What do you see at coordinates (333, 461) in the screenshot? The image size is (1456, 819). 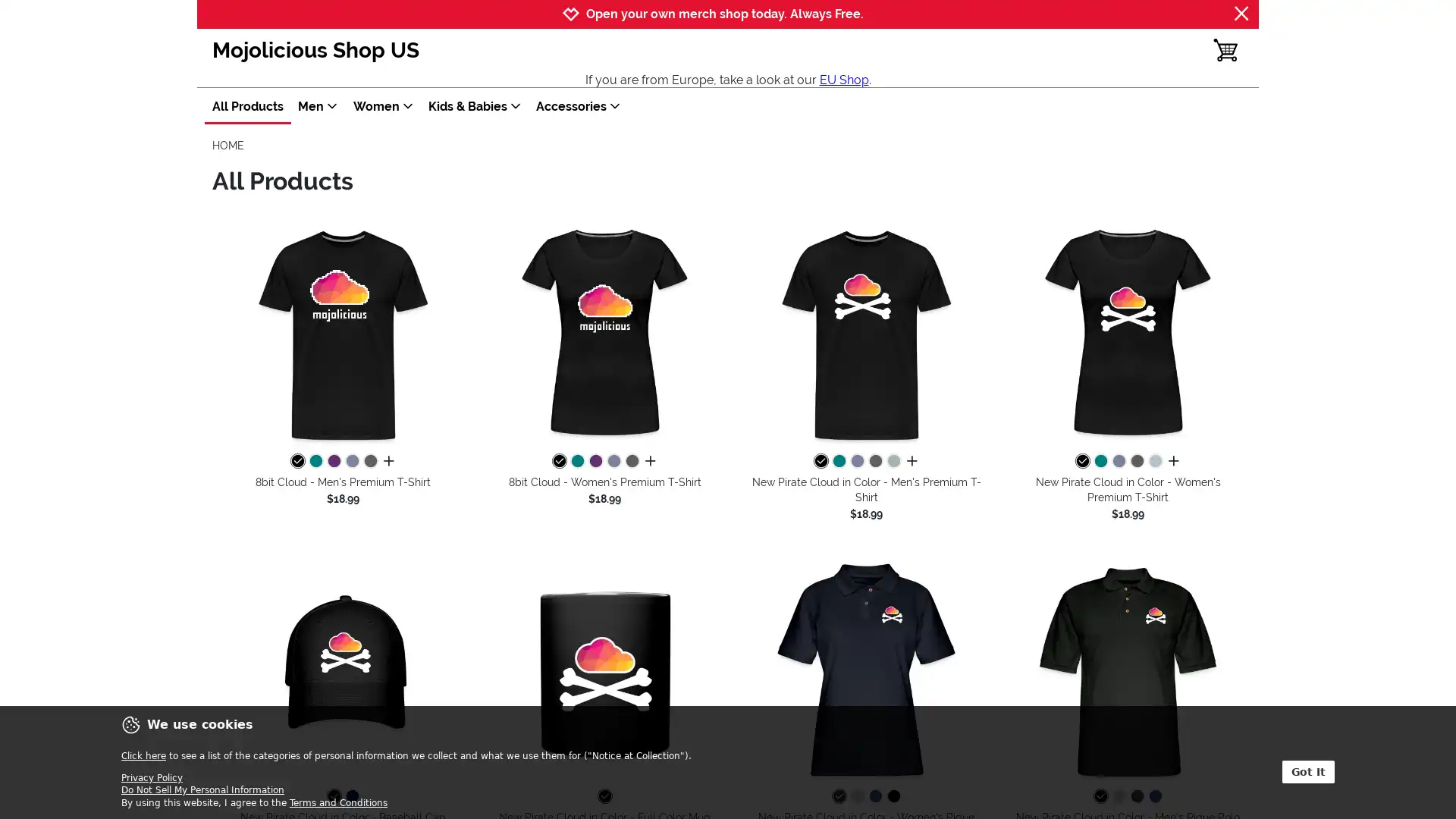 I see `purple` at bounding box center [333, 461].